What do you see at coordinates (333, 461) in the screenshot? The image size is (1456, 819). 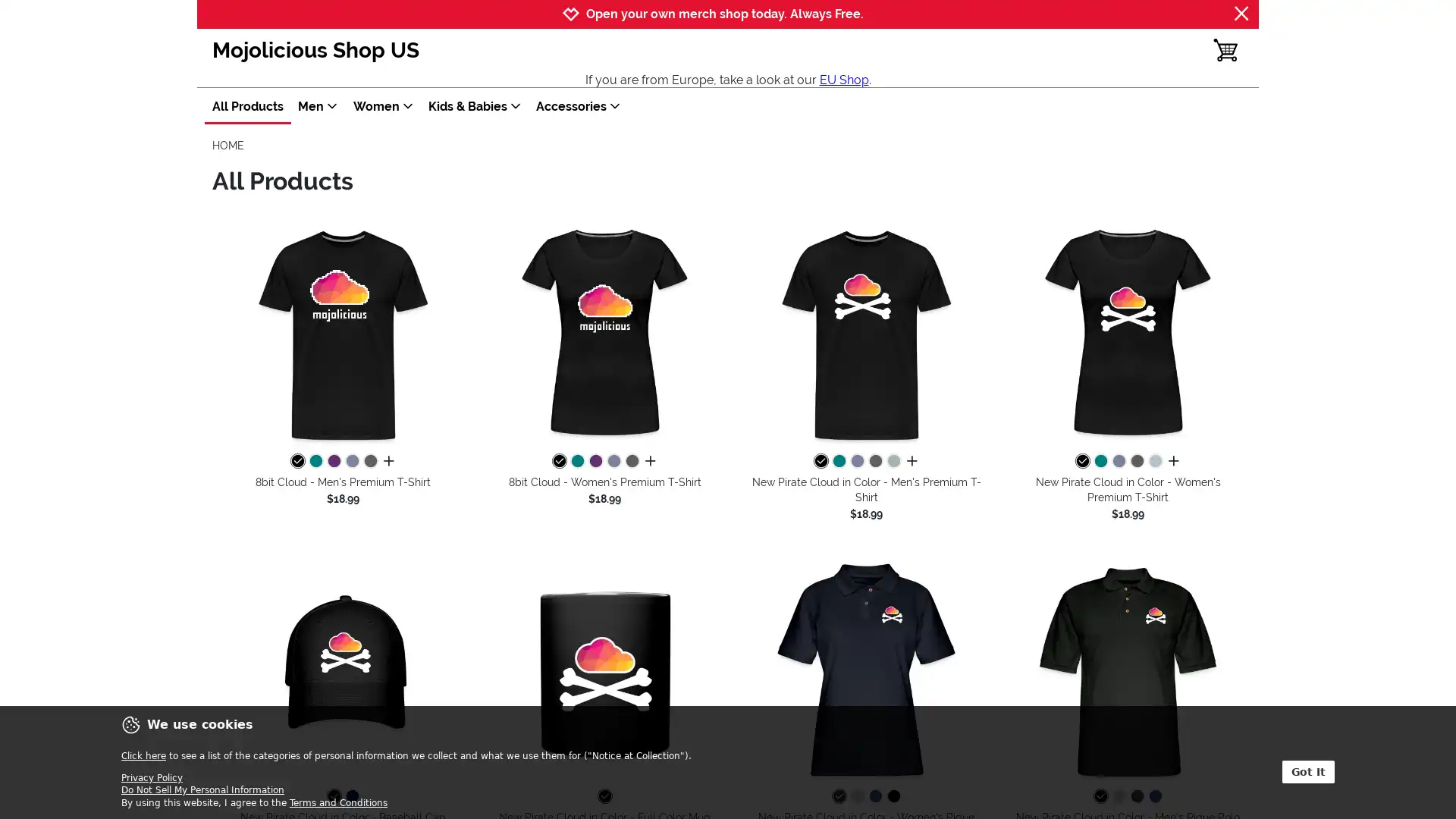 I see `purple` at bounding box center [333, 461].